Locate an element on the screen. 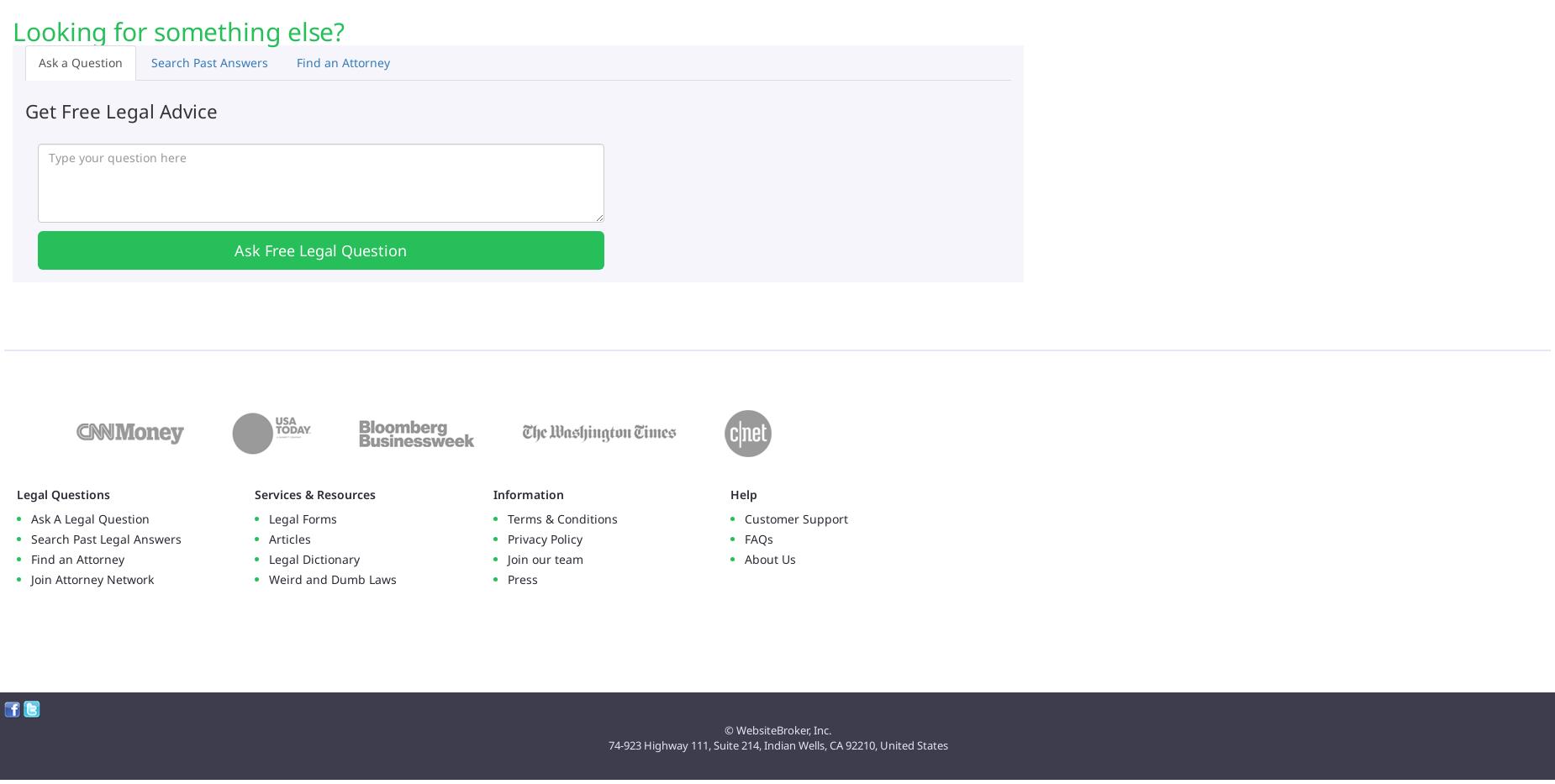 The width and height of the screenshot is (1555, 784). 'Services & Resources' is located at coordinates (314, 494).